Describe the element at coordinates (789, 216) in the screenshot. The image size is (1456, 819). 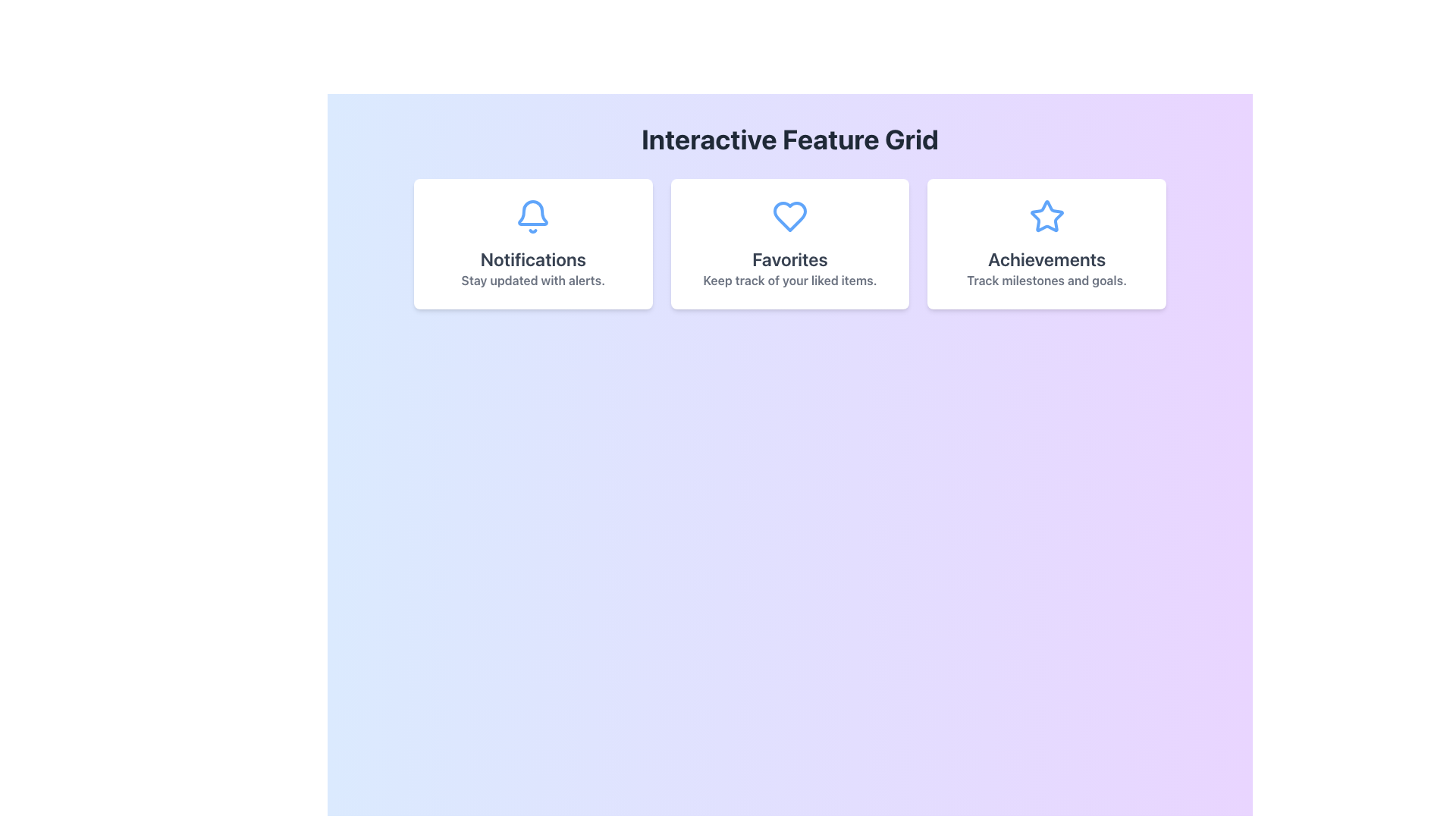
I see `the heart-shaped blue icon located above the 'Favorites' title in the middle card of the 'Favorites' section within the 'Interactive Feature Grid'` at that location.